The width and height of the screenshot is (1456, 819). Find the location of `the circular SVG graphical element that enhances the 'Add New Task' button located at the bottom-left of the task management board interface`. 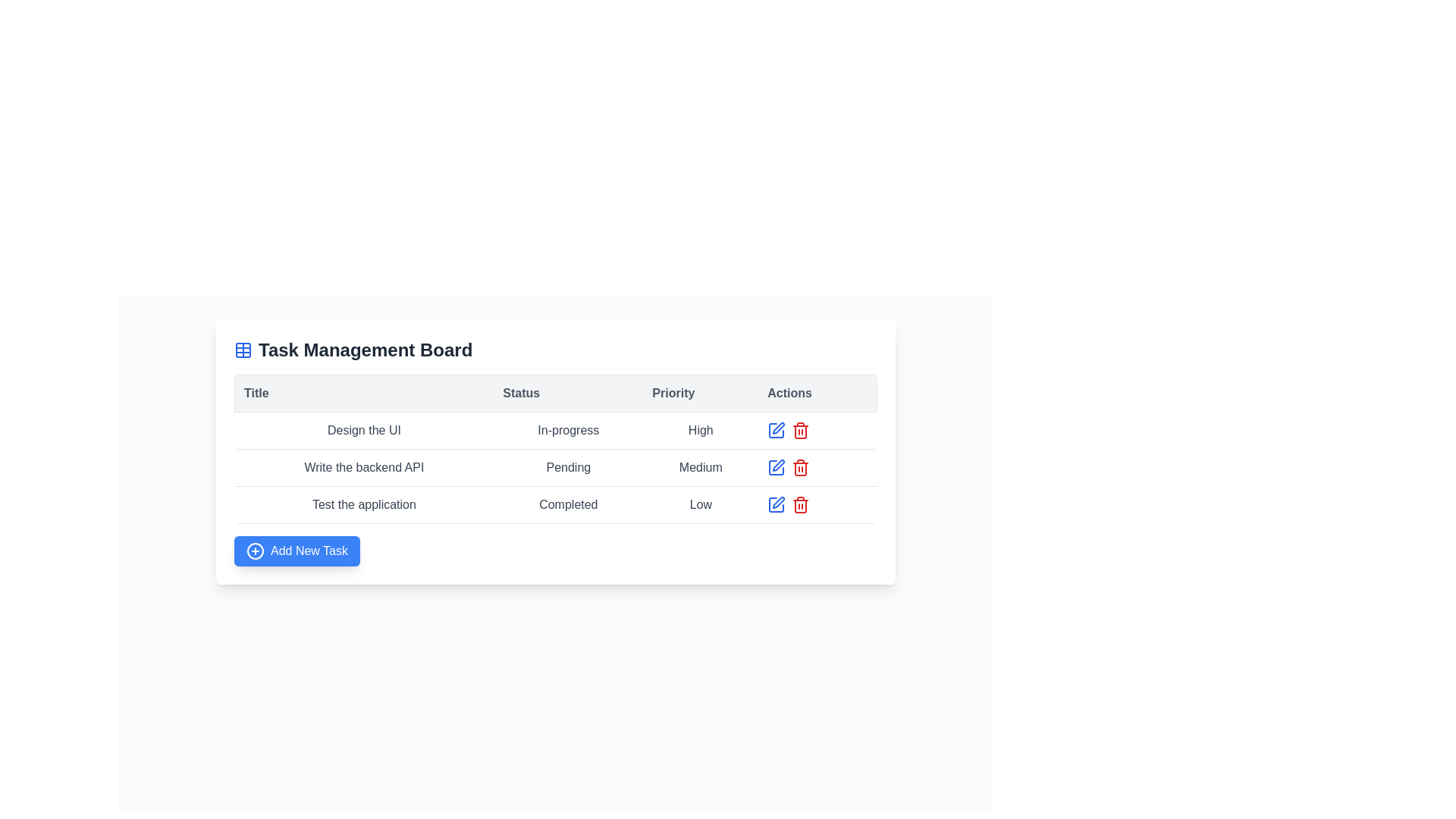

the circular SVG graphical element that enhances the 'Add New Task' button located at the bottom-left of the task management board interface is located at coordinates (255, 551).